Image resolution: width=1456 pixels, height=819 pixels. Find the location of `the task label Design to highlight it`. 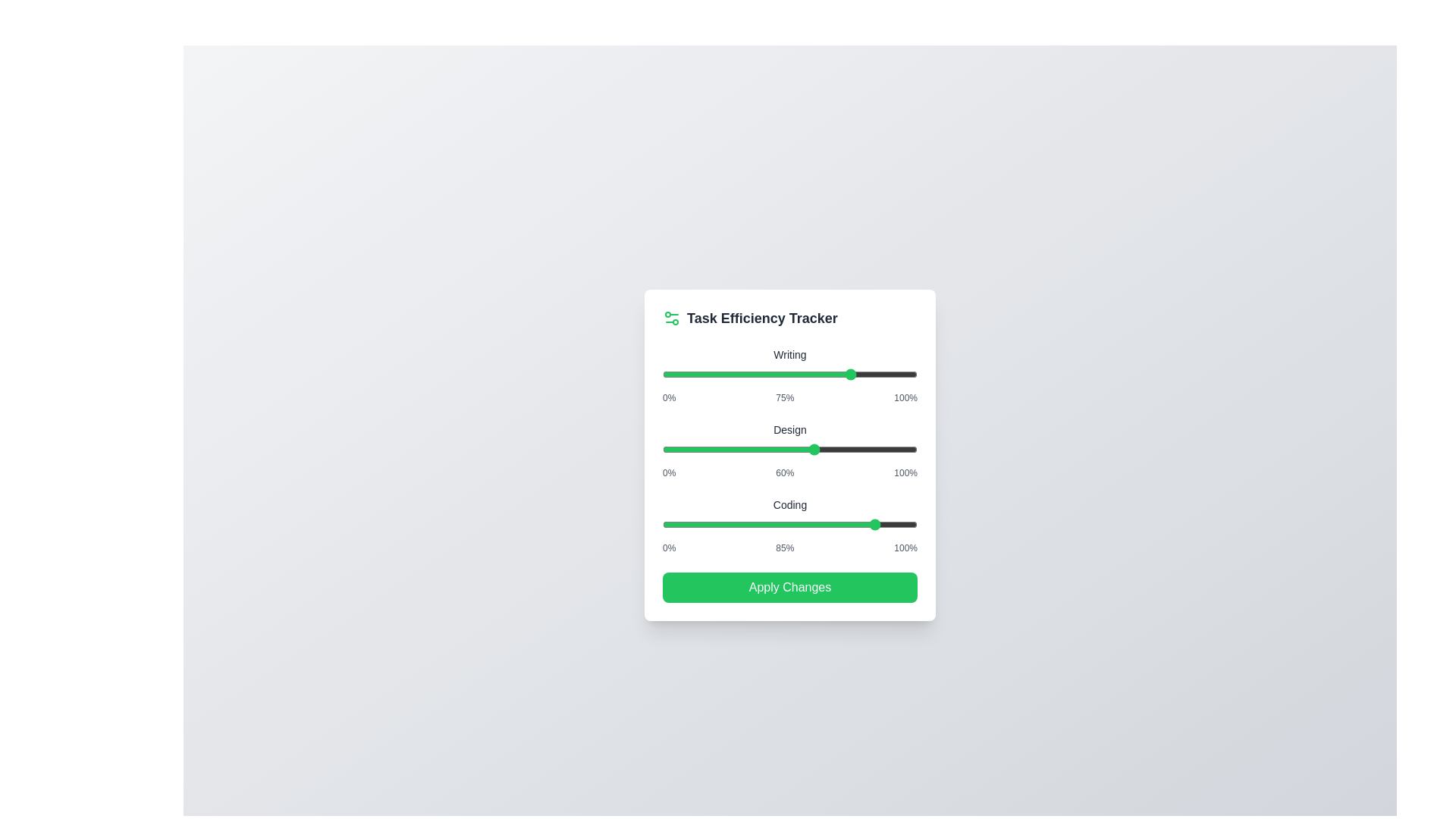

the task label Design to highlight it is located at coordinates (789, 429).